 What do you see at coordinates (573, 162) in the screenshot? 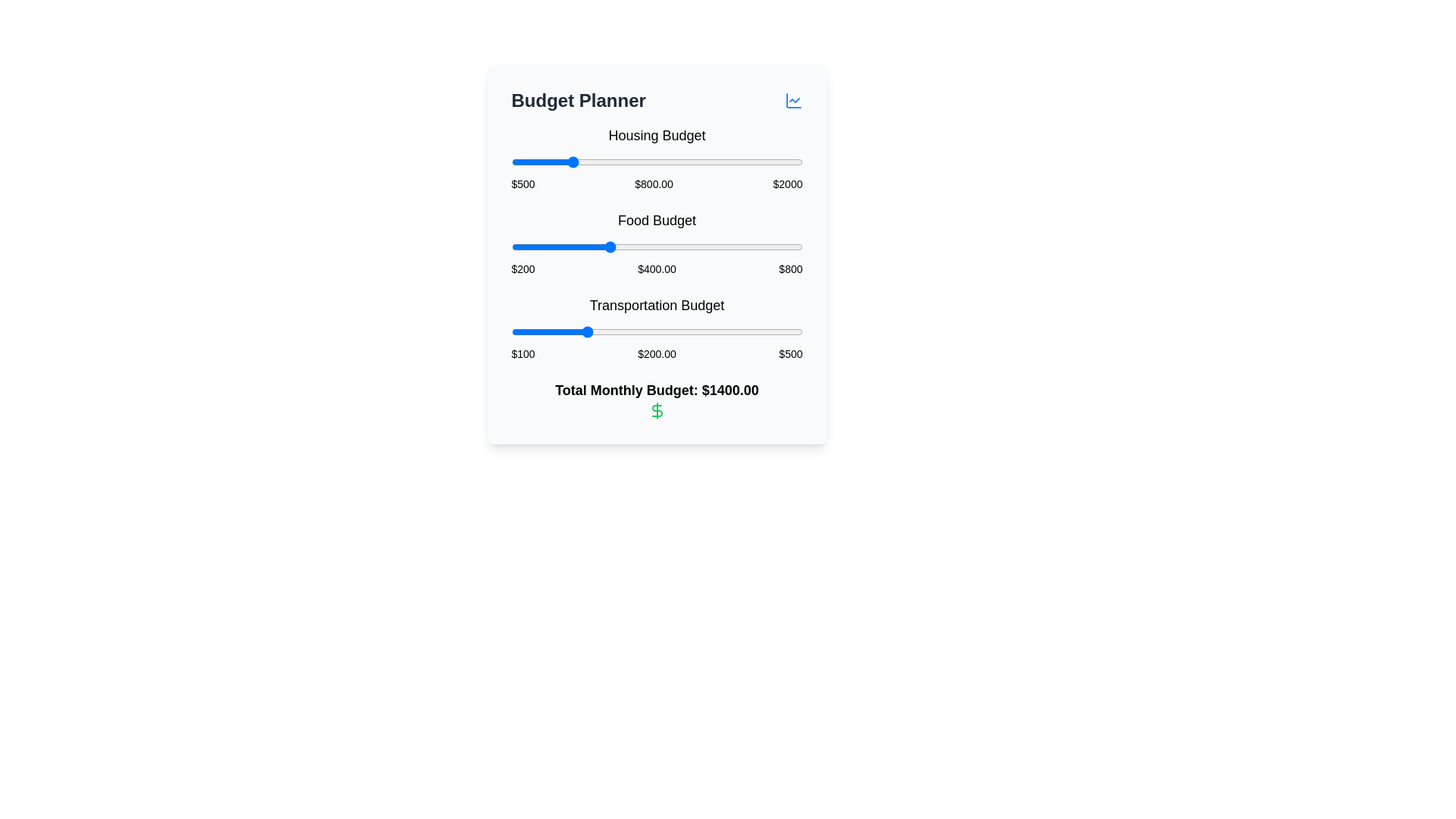
I see `the housing budget slider` at bounding box center [573, 162].